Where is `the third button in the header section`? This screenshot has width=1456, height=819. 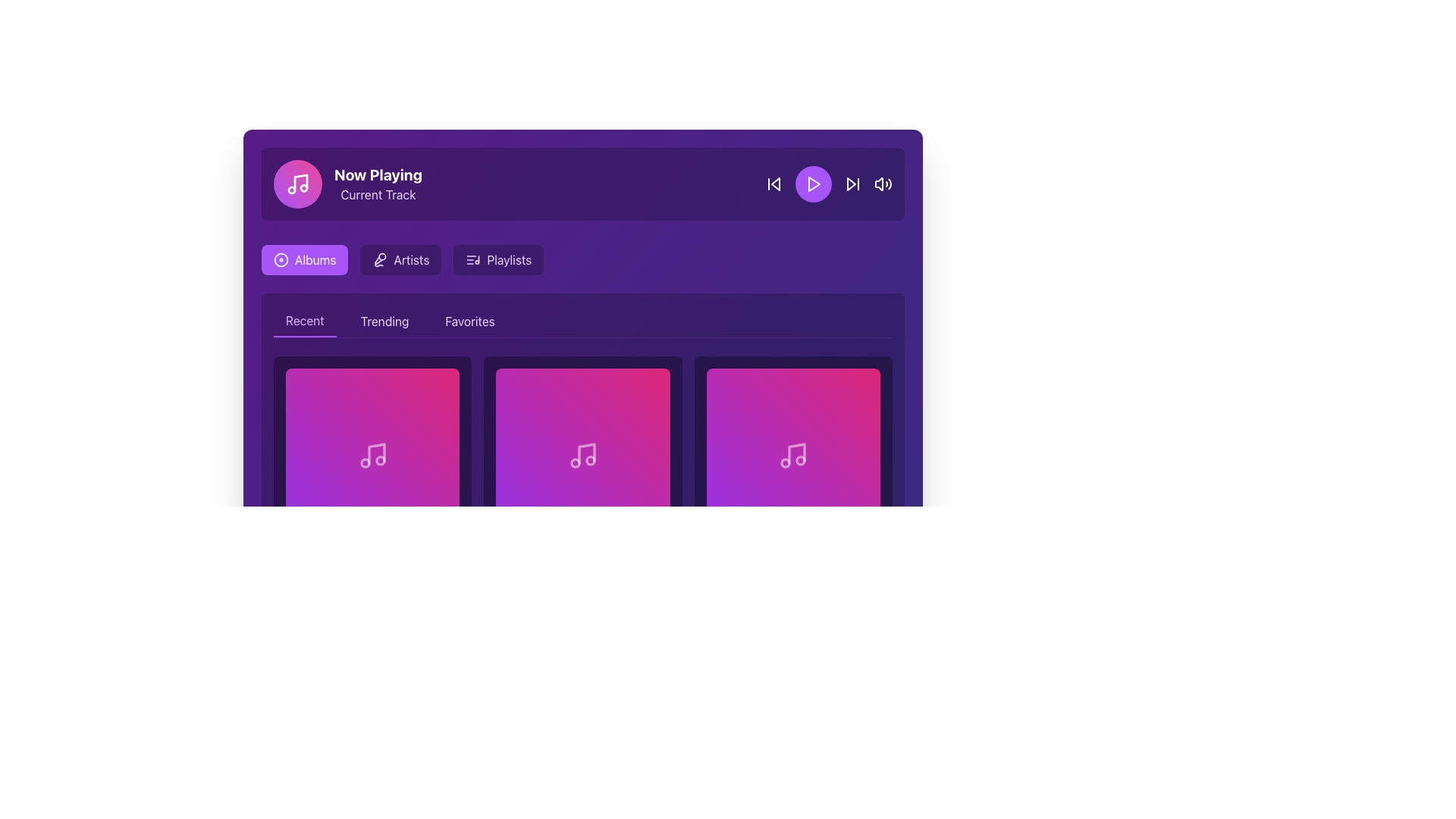 the third button in the header section is located at coordinates (498, 259).